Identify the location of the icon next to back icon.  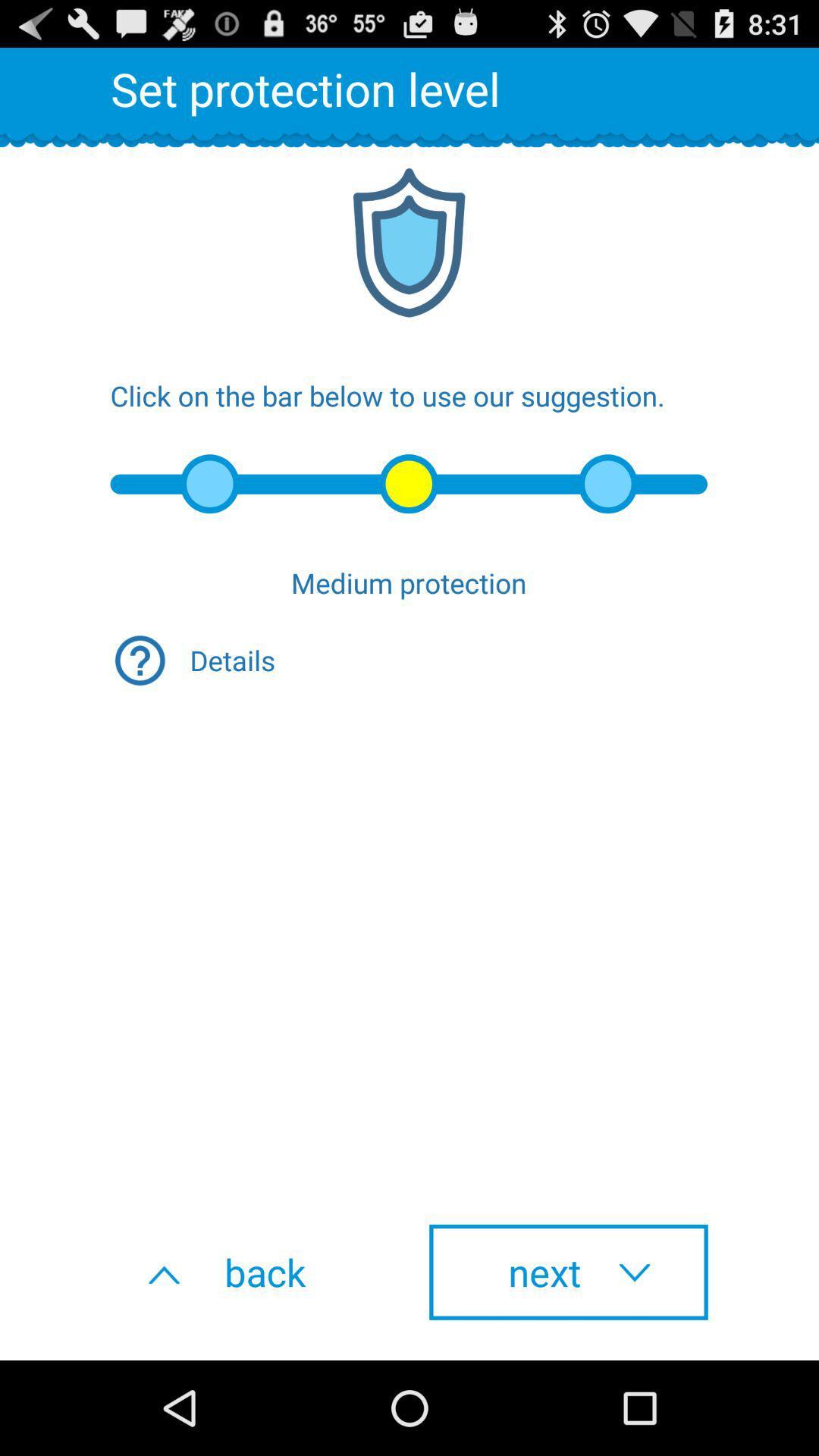
(568, 1272).